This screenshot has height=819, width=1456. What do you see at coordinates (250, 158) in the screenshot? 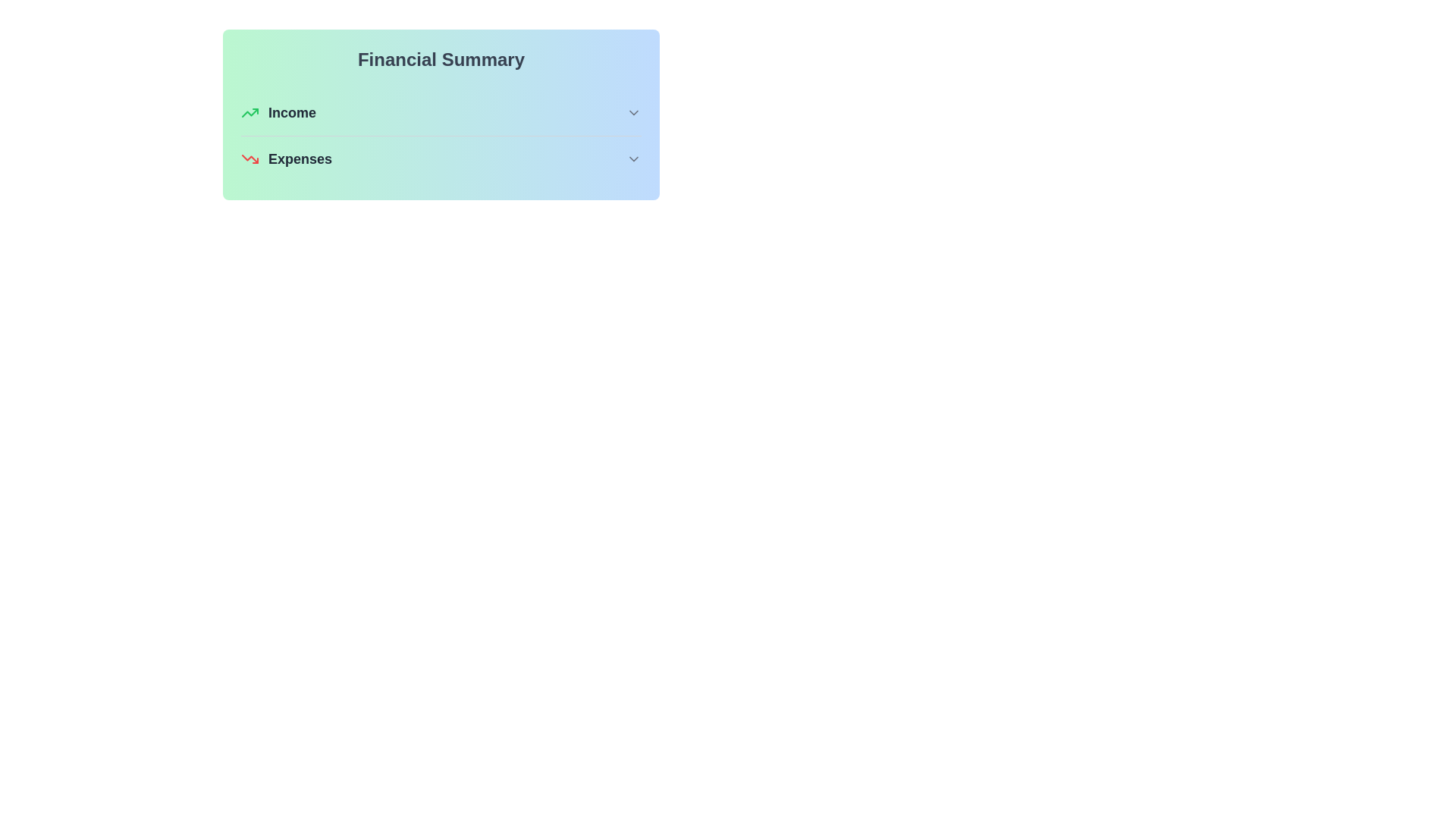
I see `the downward-trending arrow icon that is part of the financial summary section, located to the left of the 'Expenses' text` at bounding box center [250, 158].